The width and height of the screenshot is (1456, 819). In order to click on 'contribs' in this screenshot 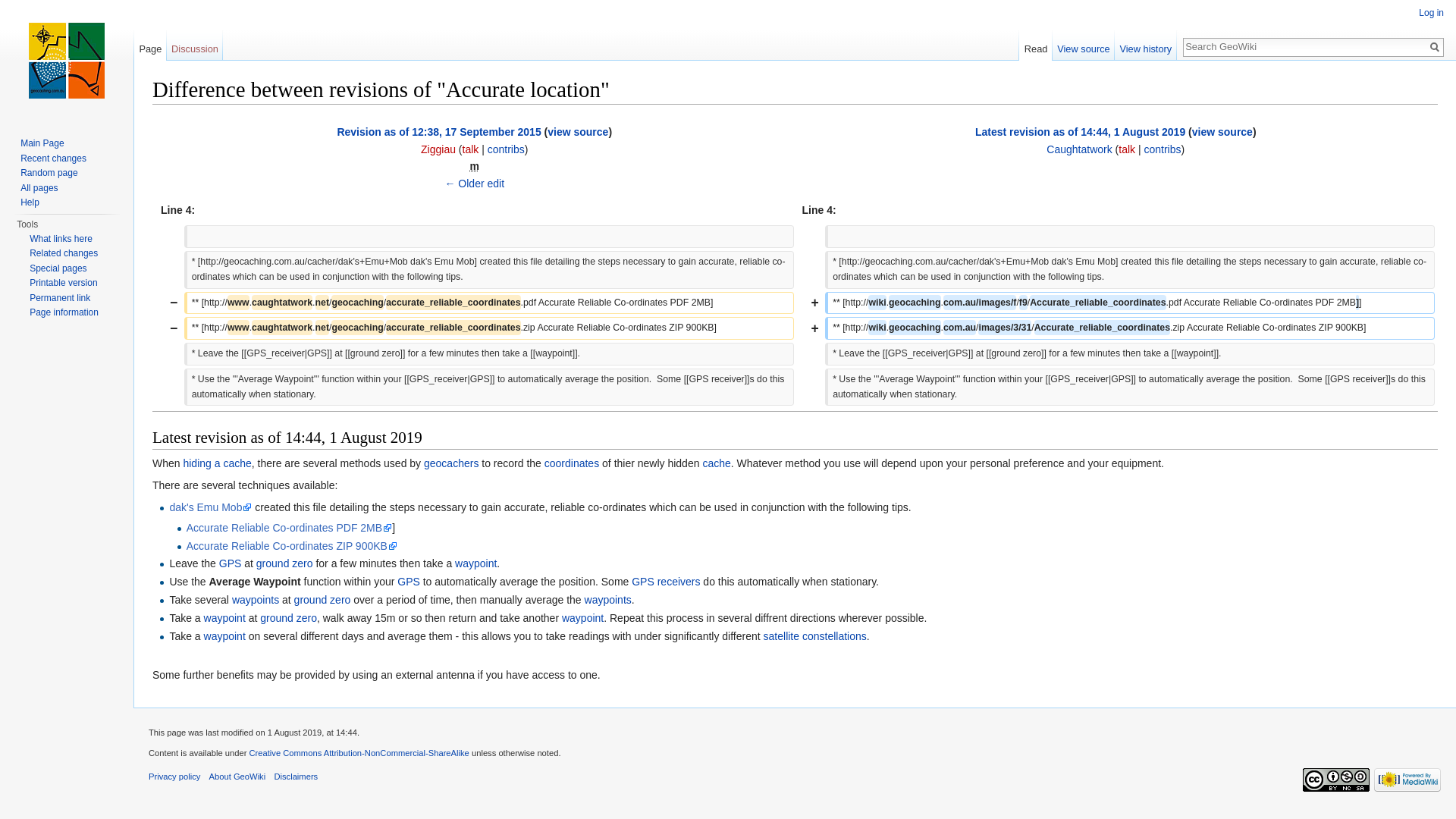, I will do `click(506, 149)`.